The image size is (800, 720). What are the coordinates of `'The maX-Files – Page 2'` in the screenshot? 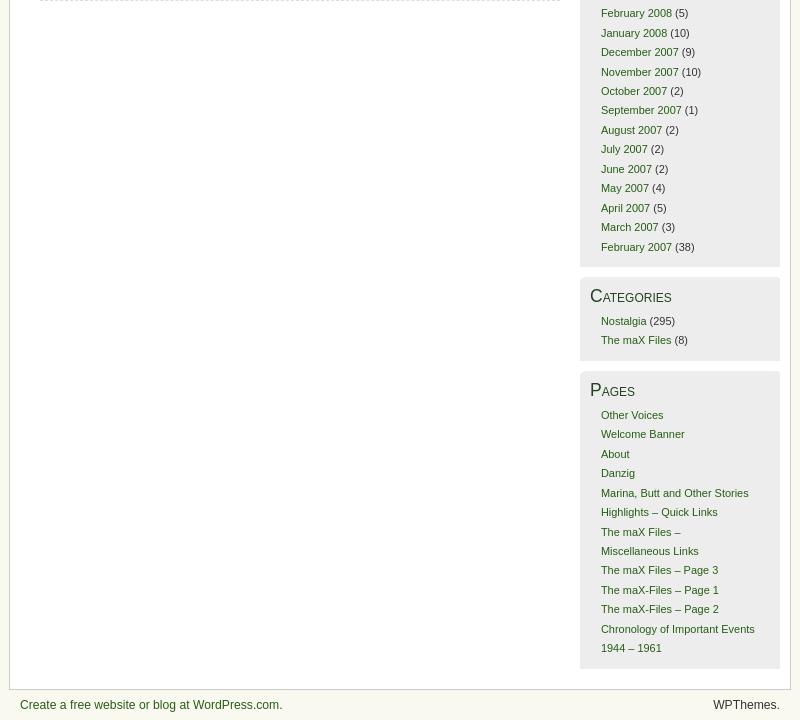 It's located at (657, 607).